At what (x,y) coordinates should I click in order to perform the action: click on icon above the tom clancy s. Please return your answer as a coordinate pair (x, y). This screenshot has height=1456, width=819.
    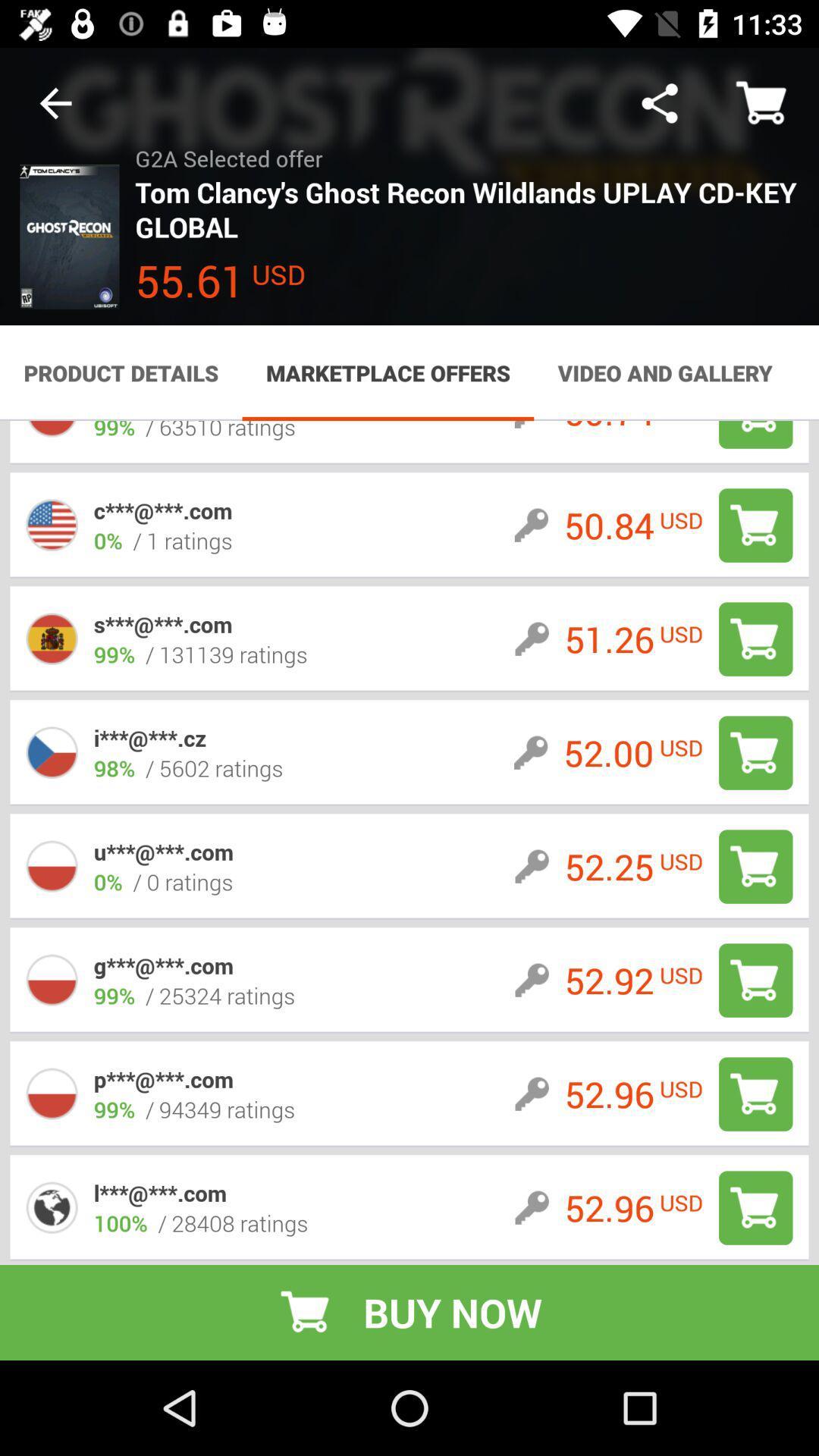
    Looking at the image, I should click on (659, 102).